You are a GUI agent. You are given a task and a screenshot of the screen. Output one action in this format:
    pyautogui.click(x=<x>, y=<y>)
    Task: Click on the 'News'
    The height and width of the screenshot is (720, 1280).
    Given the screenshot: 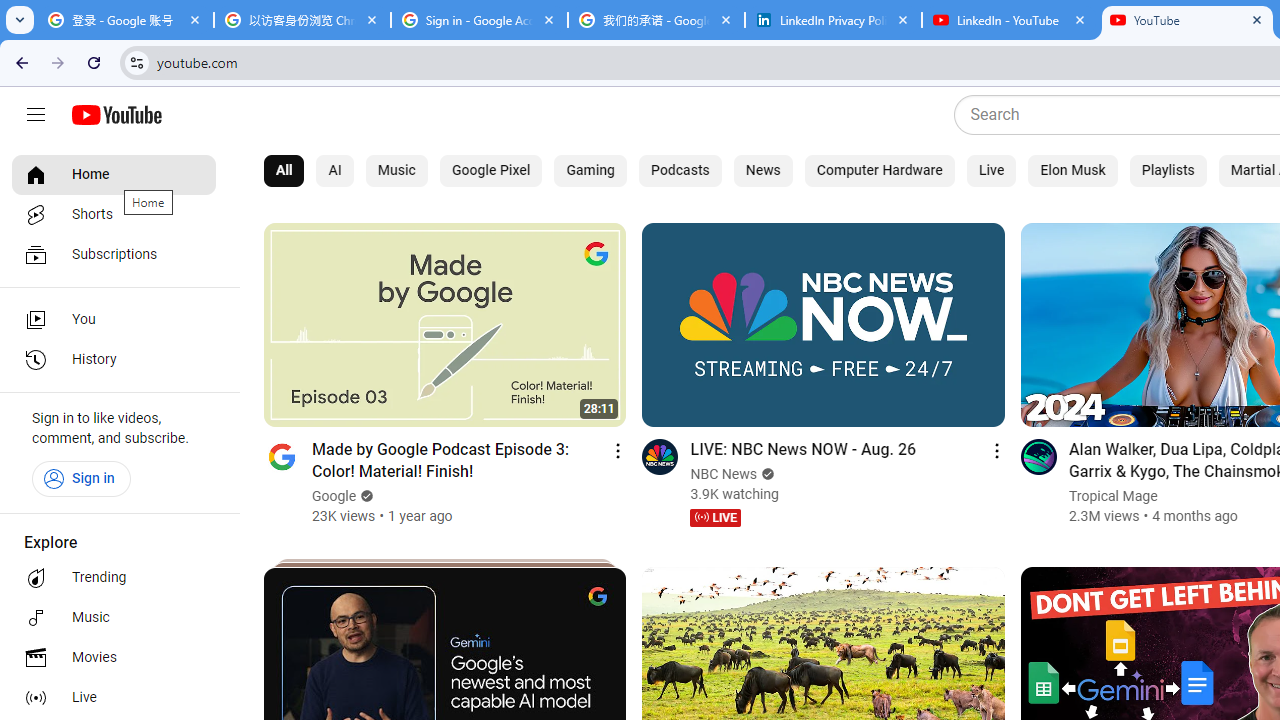 What is the action you would take?
    pyautogui.click(x=762, y=170)
    